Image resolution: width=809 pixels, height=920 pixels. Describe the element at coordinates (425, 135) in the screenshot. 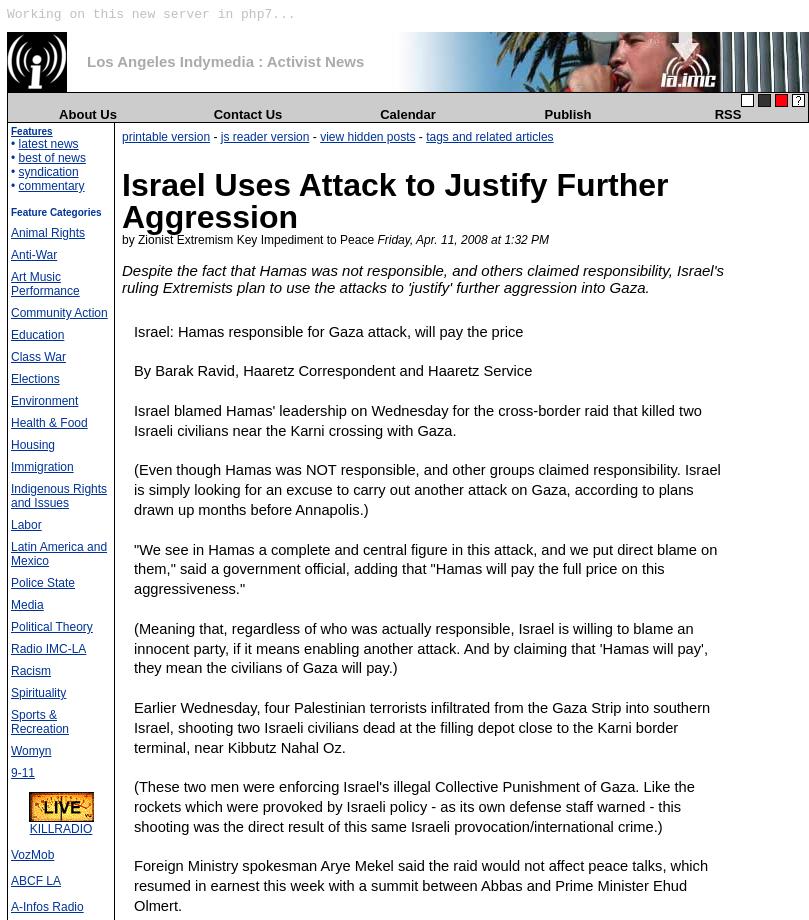

I see `'tags and related articles'` at that location.